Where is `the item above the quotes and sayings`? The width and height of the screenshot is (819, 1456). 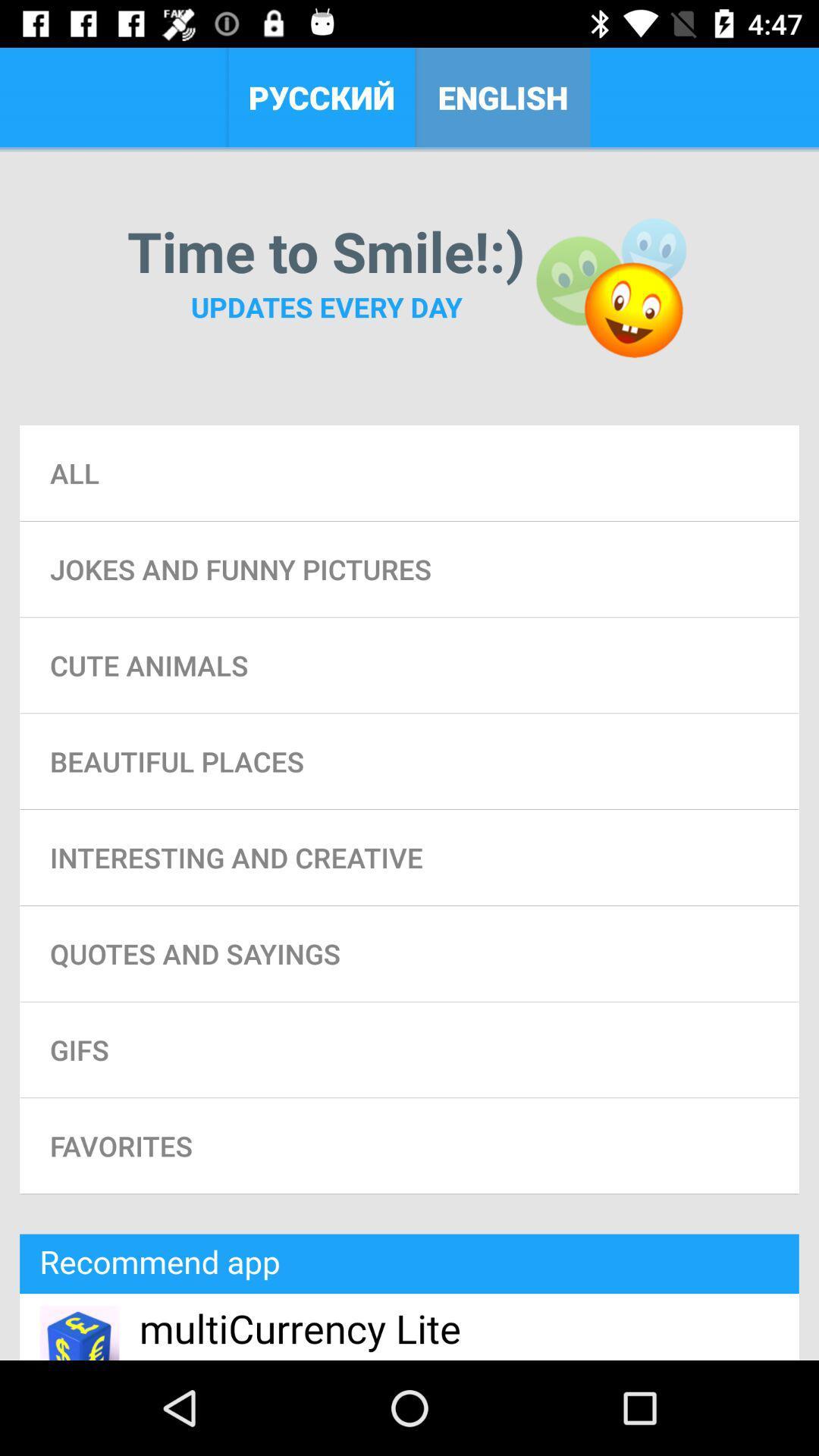
the item above the quotes and sayings is located at coordinates (409, 858).